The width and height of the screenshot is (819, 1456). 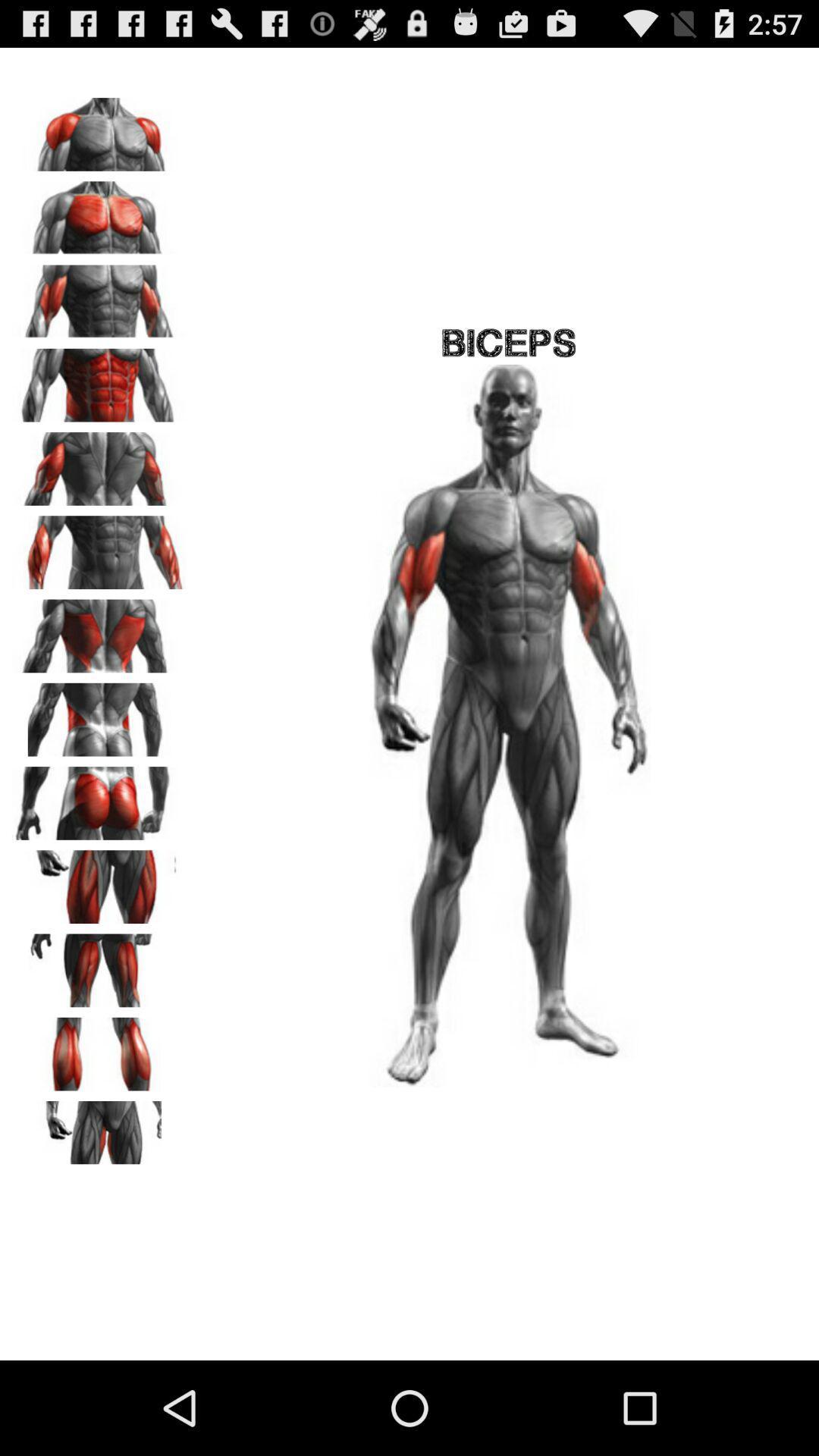 I want to click on selection, so click(x=99, y=129).